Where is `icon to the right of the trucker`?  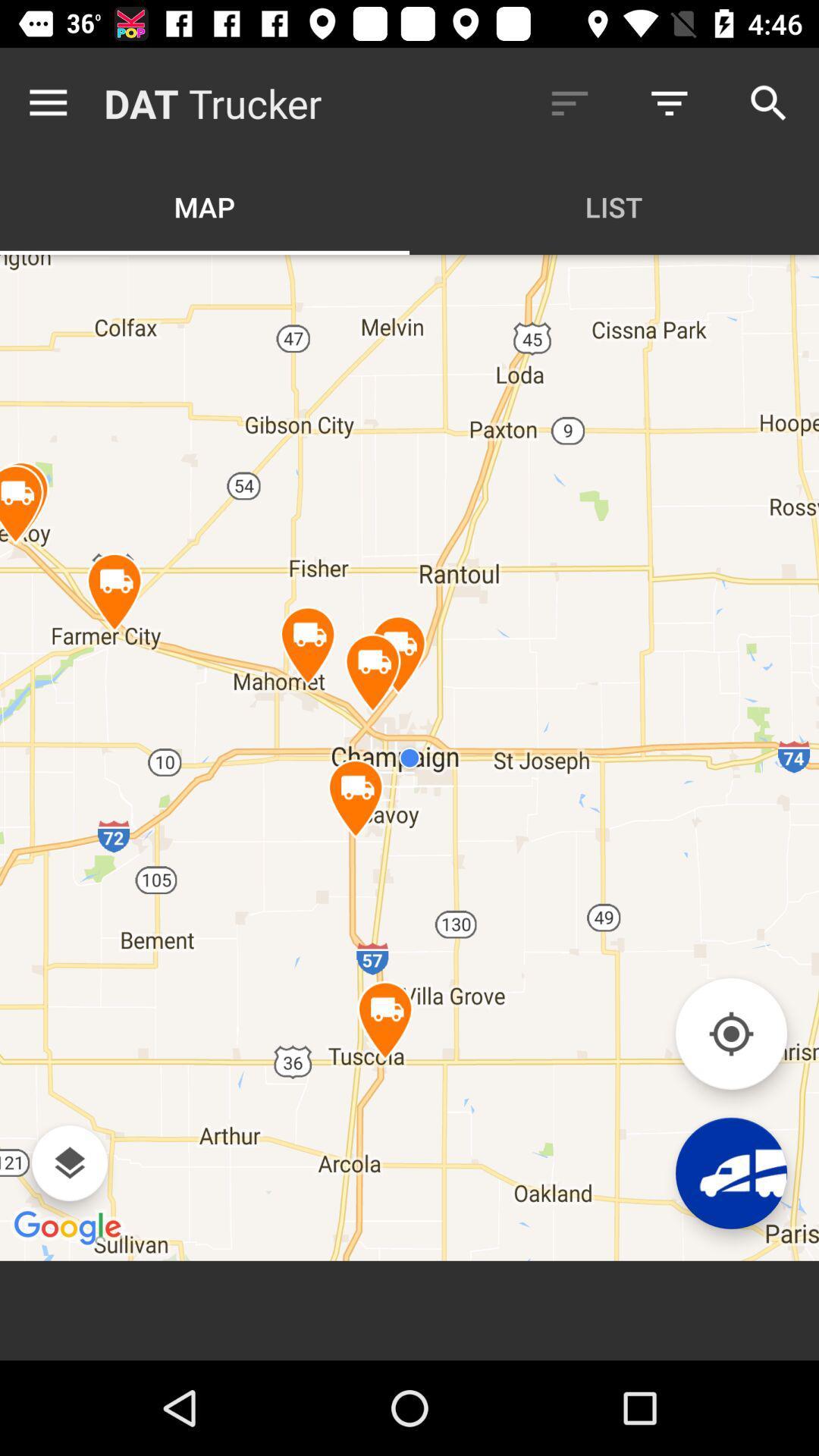
icon to the right of the trucker is located at coordinates (570, 102).